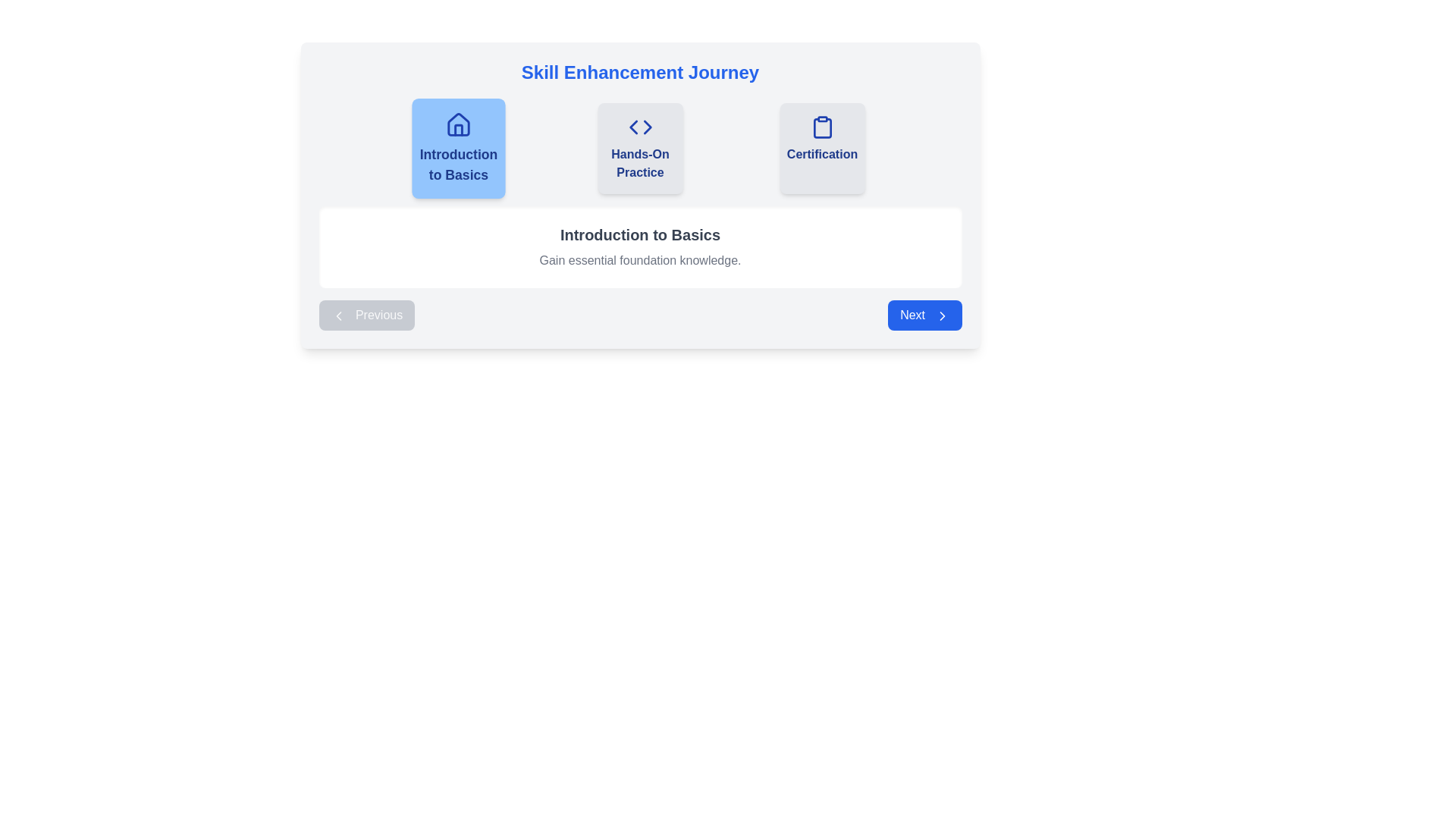 This screenshot has width=1456, height=819. Describe the element at coordinates (924, 315) in the screenshot. I see `the 'Next' button, which has a blue background, rounded corners, and white text with a rightward-pointing arrow icon` at that location.